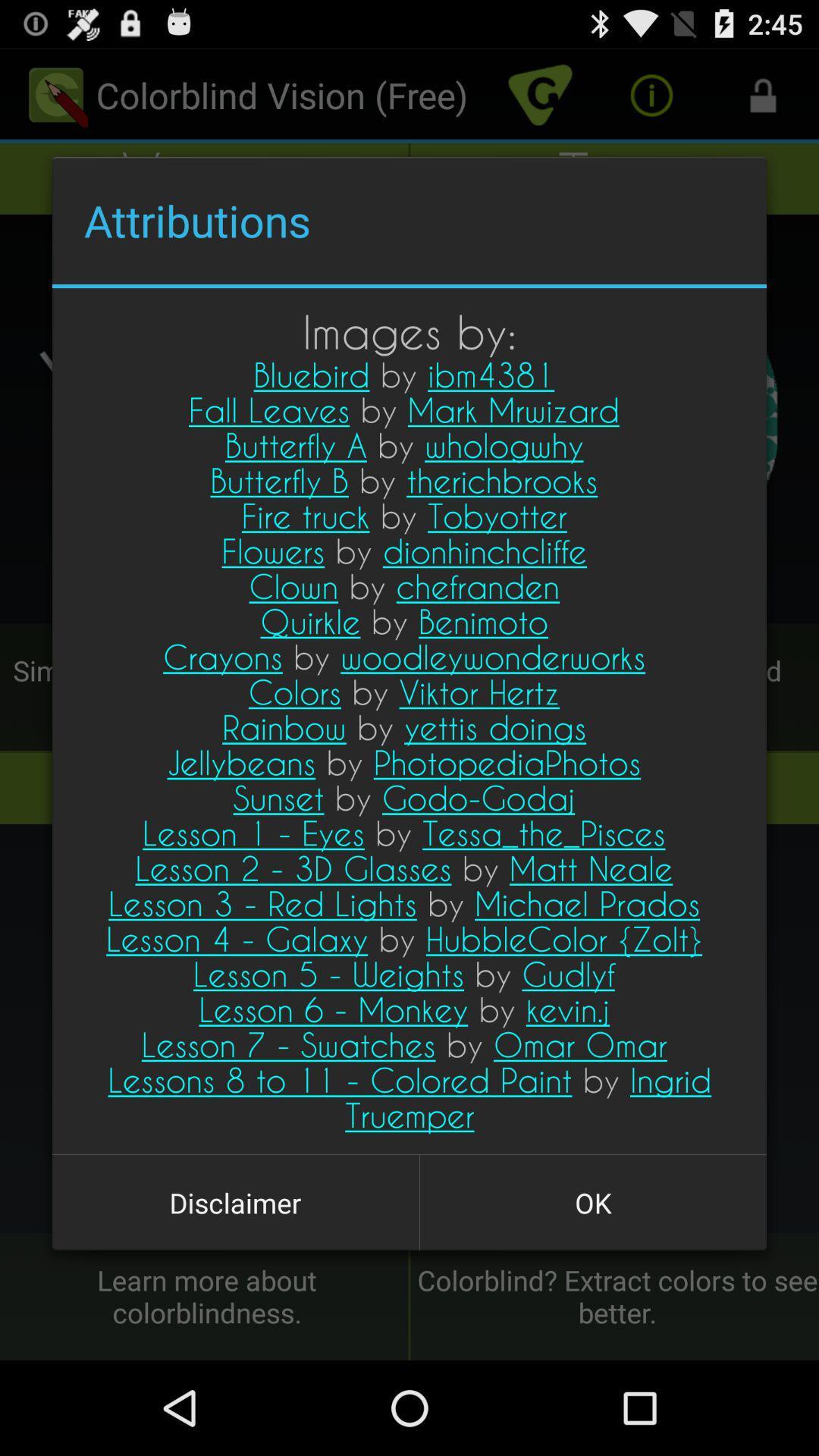 The image size is (819, 1456). What do you see at coordinates (592, 1202) in the screenshot?
I see `the icon to the right of the disclaimer` at bounding box center [592, 1202].